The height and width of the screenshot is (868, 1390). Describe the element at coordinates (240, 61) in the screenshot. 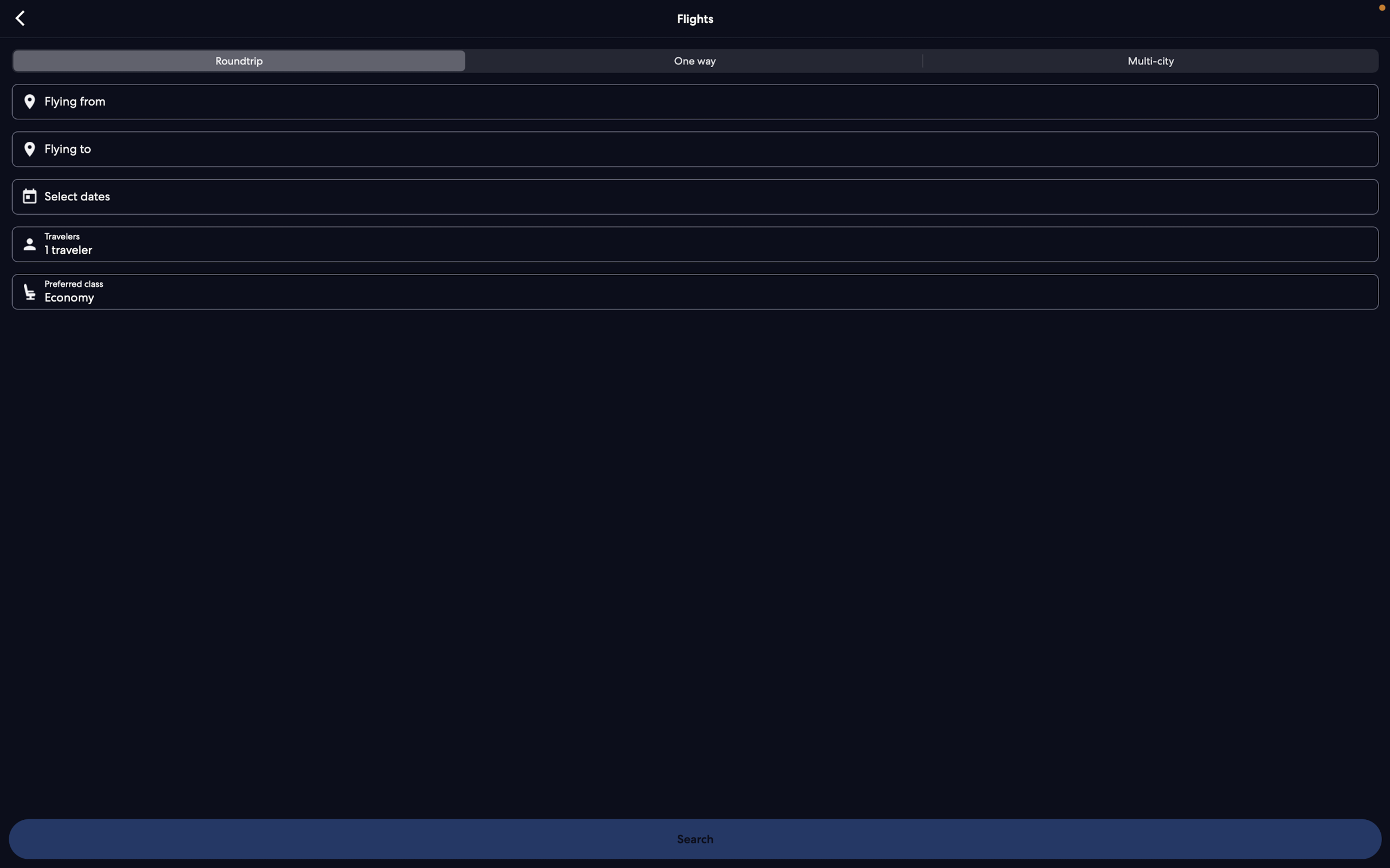

I see `Opt for roundtrip flight arrangement` at that location.